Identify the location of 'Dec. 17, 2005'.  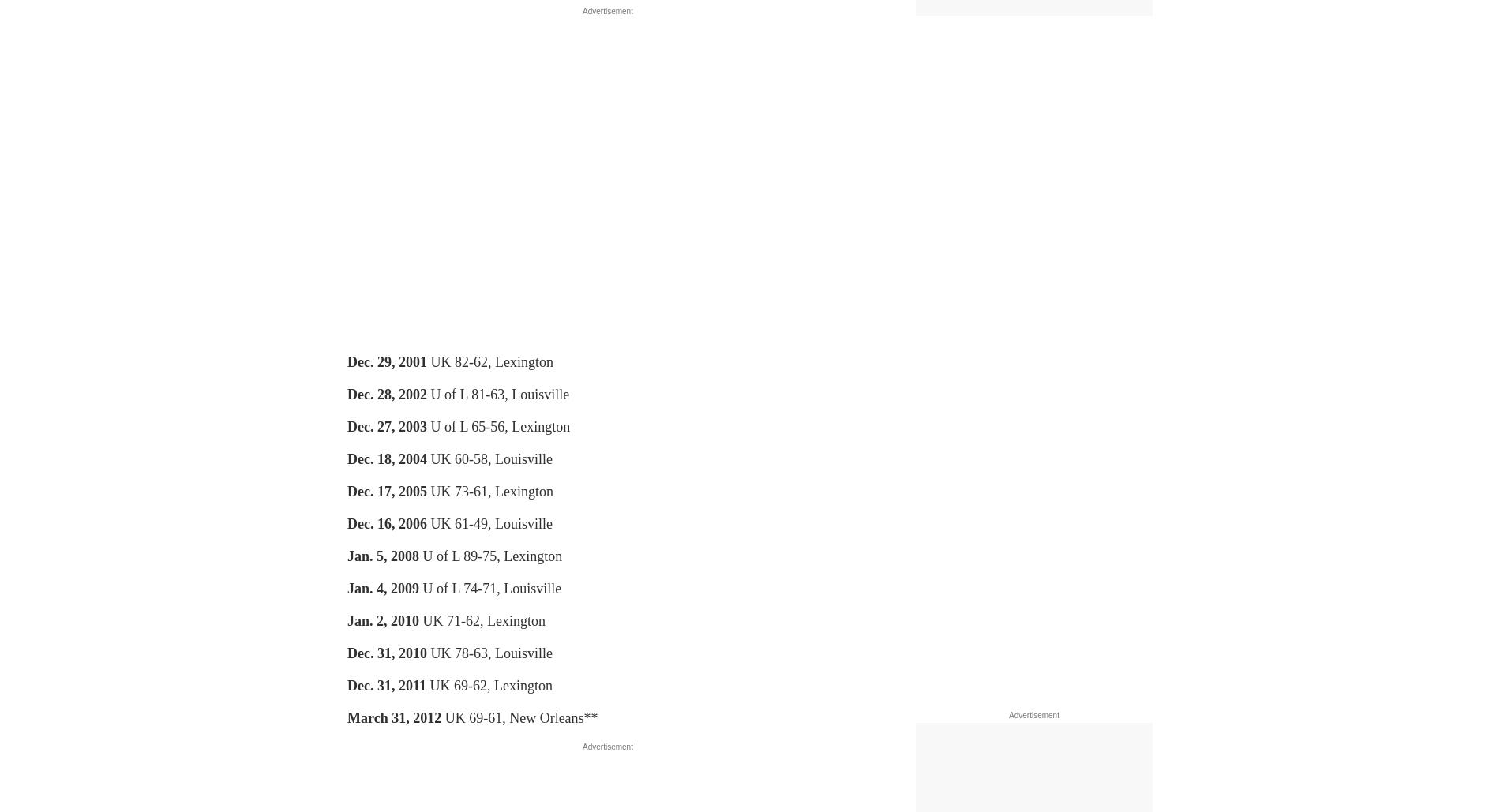
(387, 491).